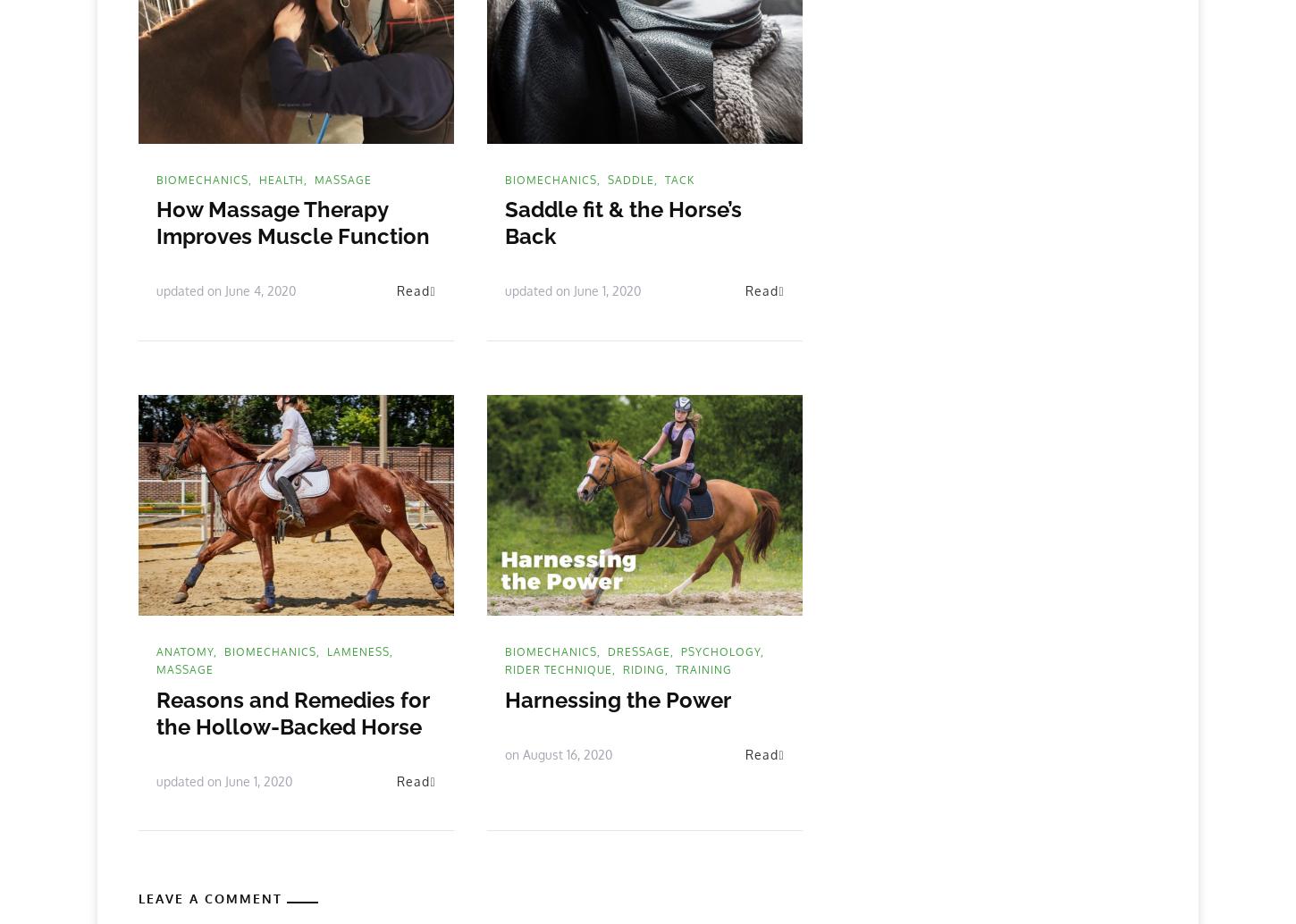  What do you see at coordinates (720, 651) in the screenshot?
I see `'psychology'` at bounding box center [720, 651].